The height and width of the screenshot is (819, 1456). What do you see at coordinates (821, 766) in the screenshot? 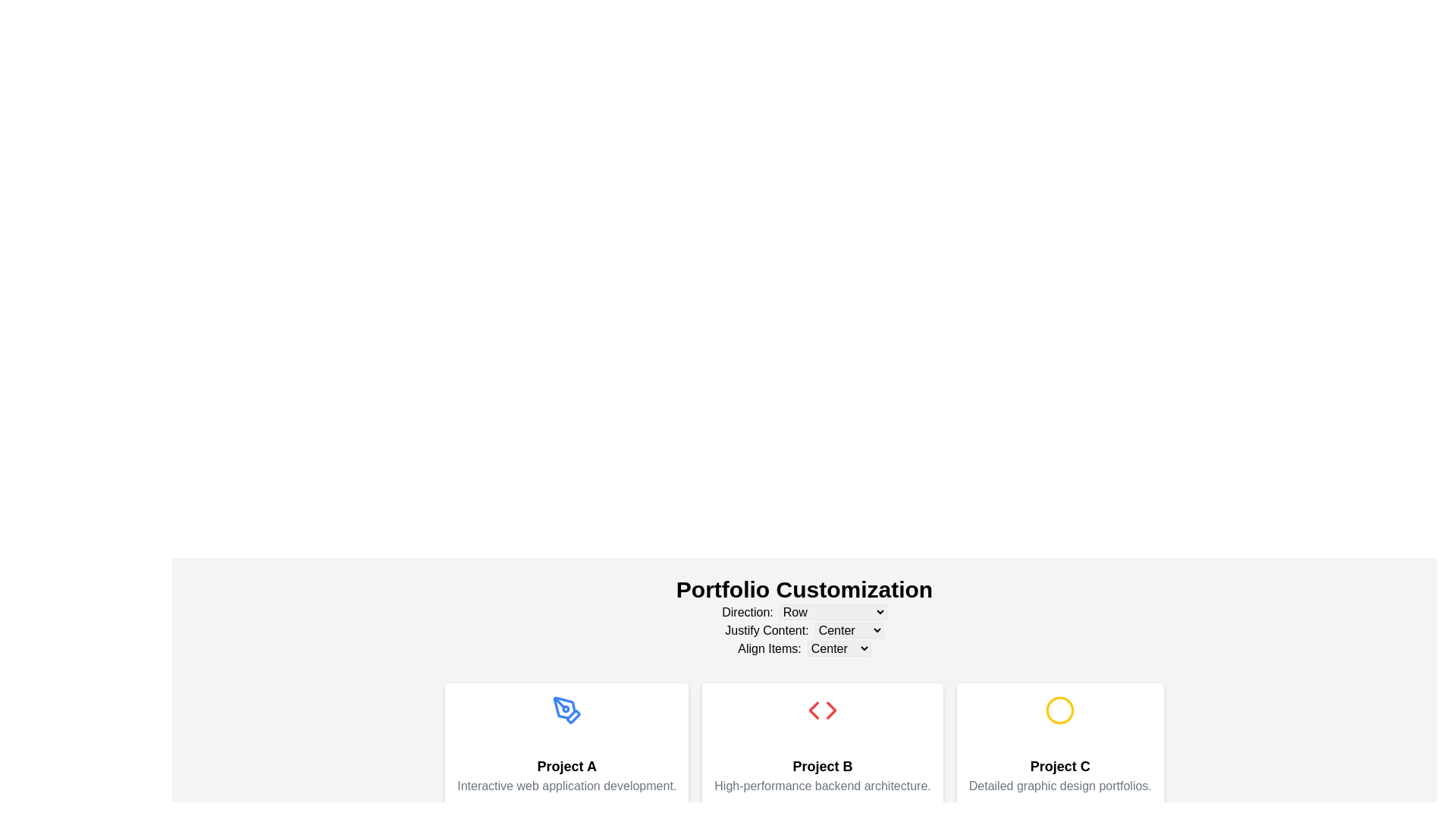
I see `the text label displaying 'Project B', which is styled in bold and larger font, located in the center card of a row of three cards` at bounding box center [821, 766].